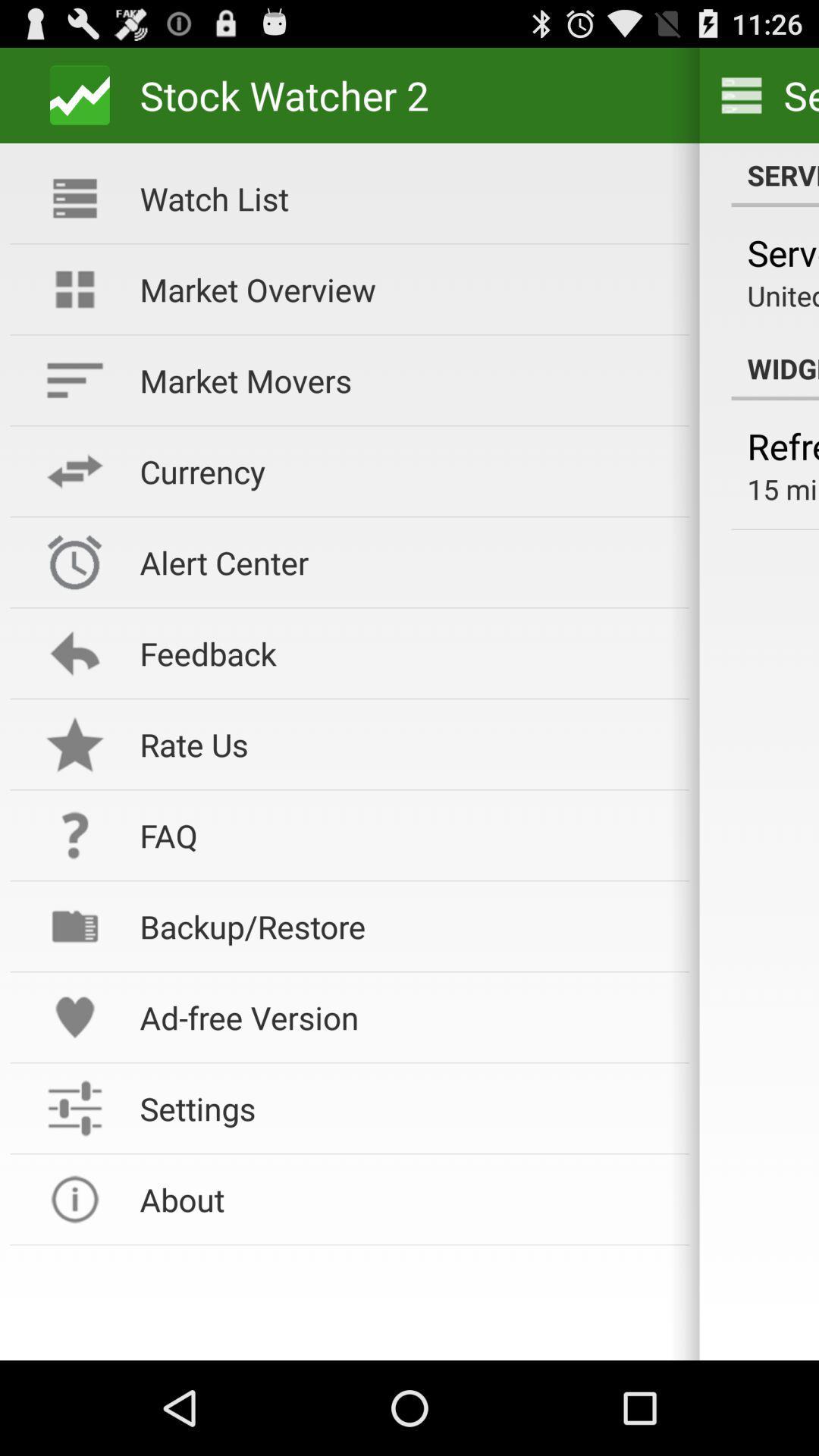 The image size is (819, 1456). What do you see at coordinates (775, 368) in the screenshot?
I see `the app above refresh rate icon` at bounding box center [775, 368].